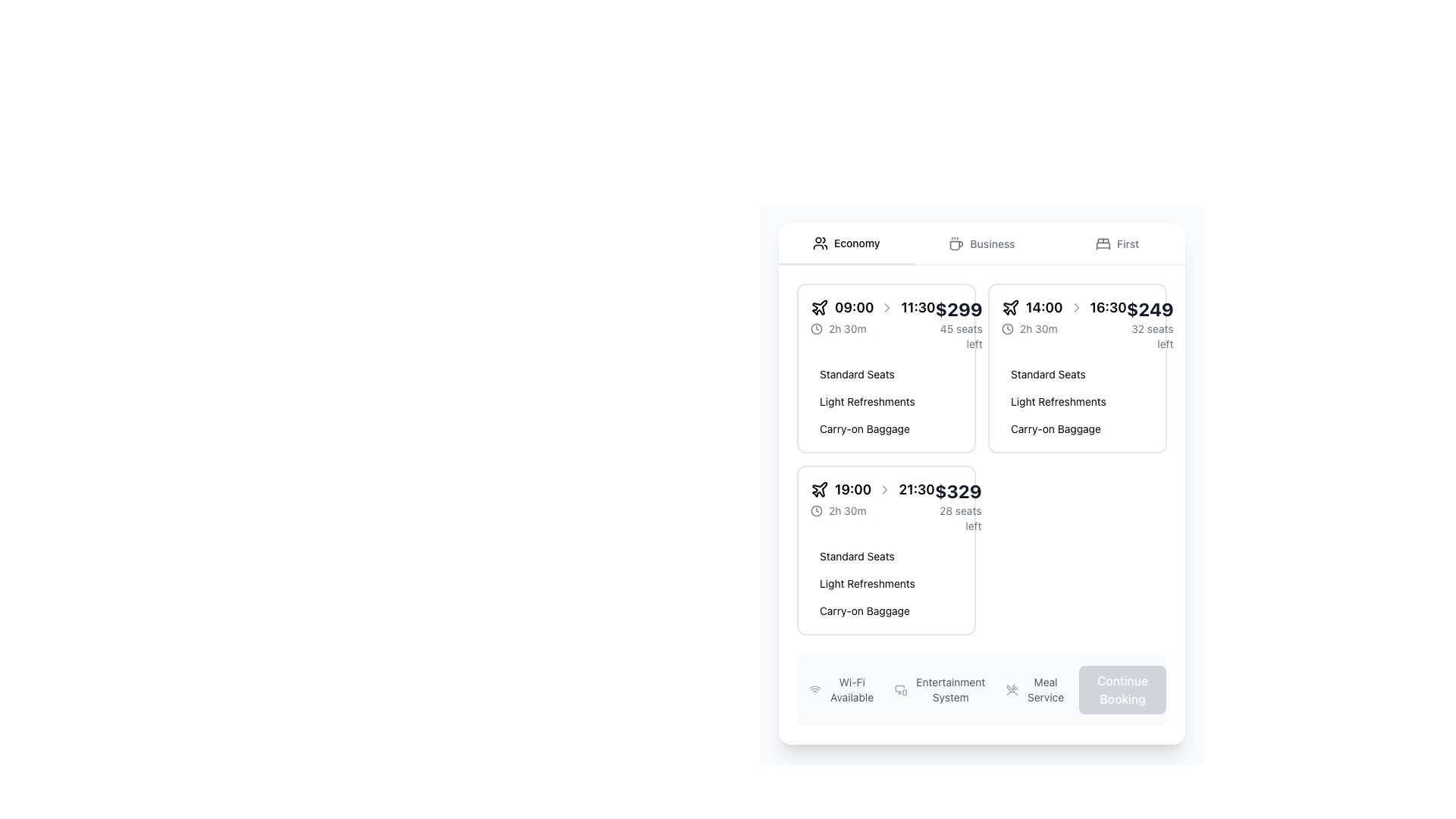  Describe the element at coordinates (1117, 243) in the screenshot. I see `the 'First' class tab or button located on the far right of a row of three clickable elements, allowing for keyboard interaction` at that location.